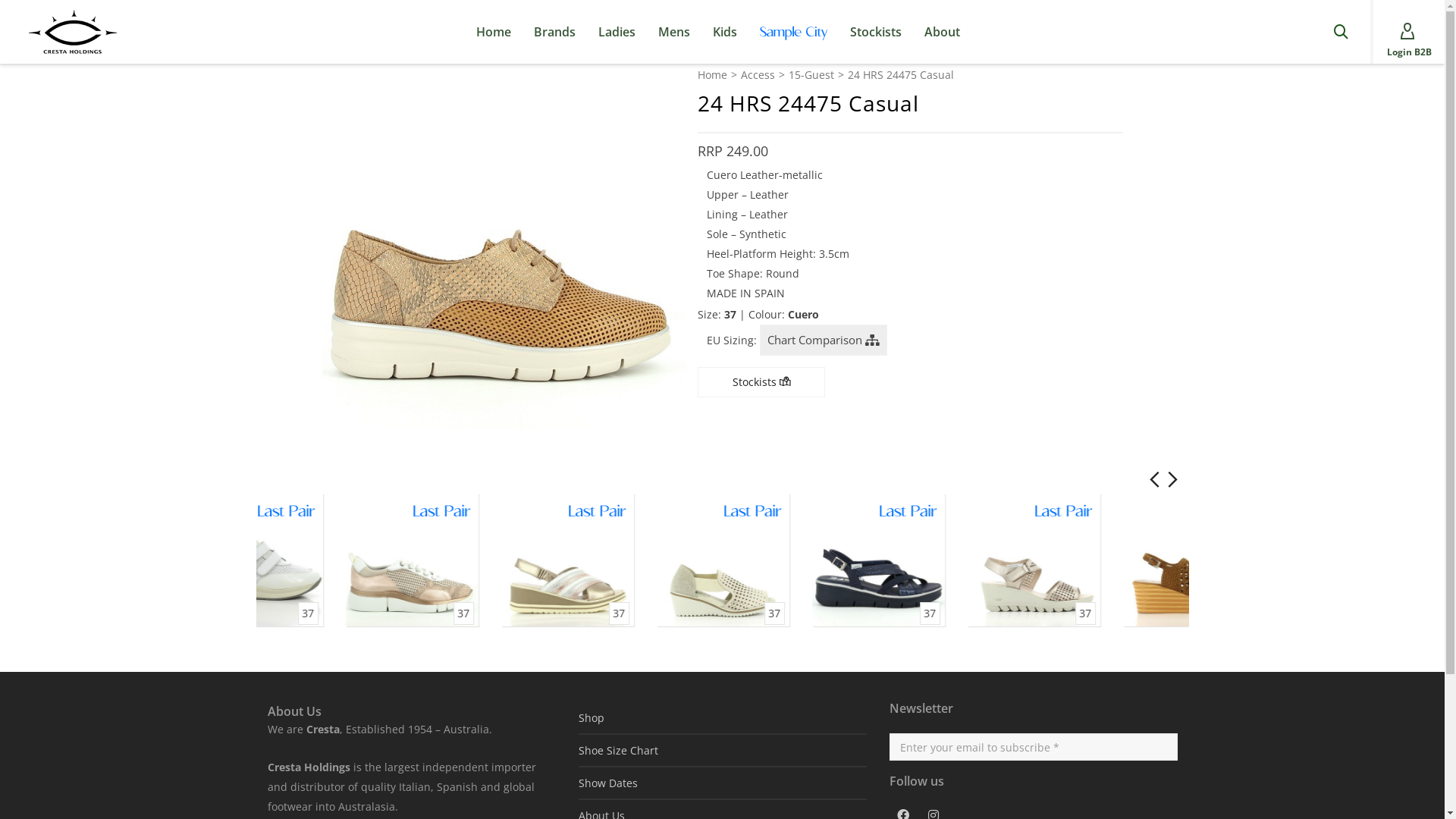  What do you see at coordinates (554, 32) in the screenshot?
I see `'Brands'` at bounding box center [554, 32].